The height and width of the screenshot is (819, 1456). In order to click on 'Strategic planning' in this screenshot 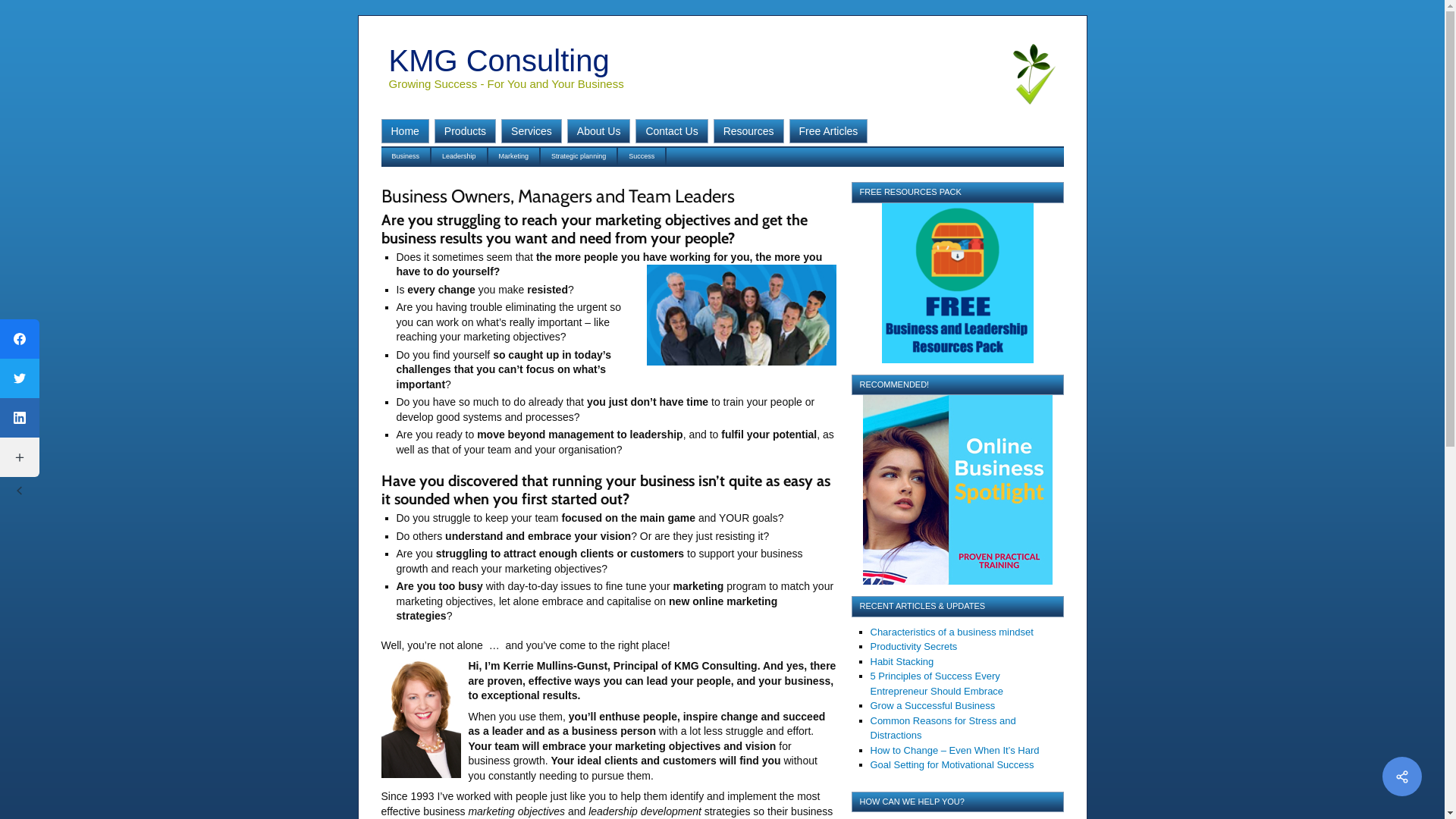, I will do `click(578, 156)`.